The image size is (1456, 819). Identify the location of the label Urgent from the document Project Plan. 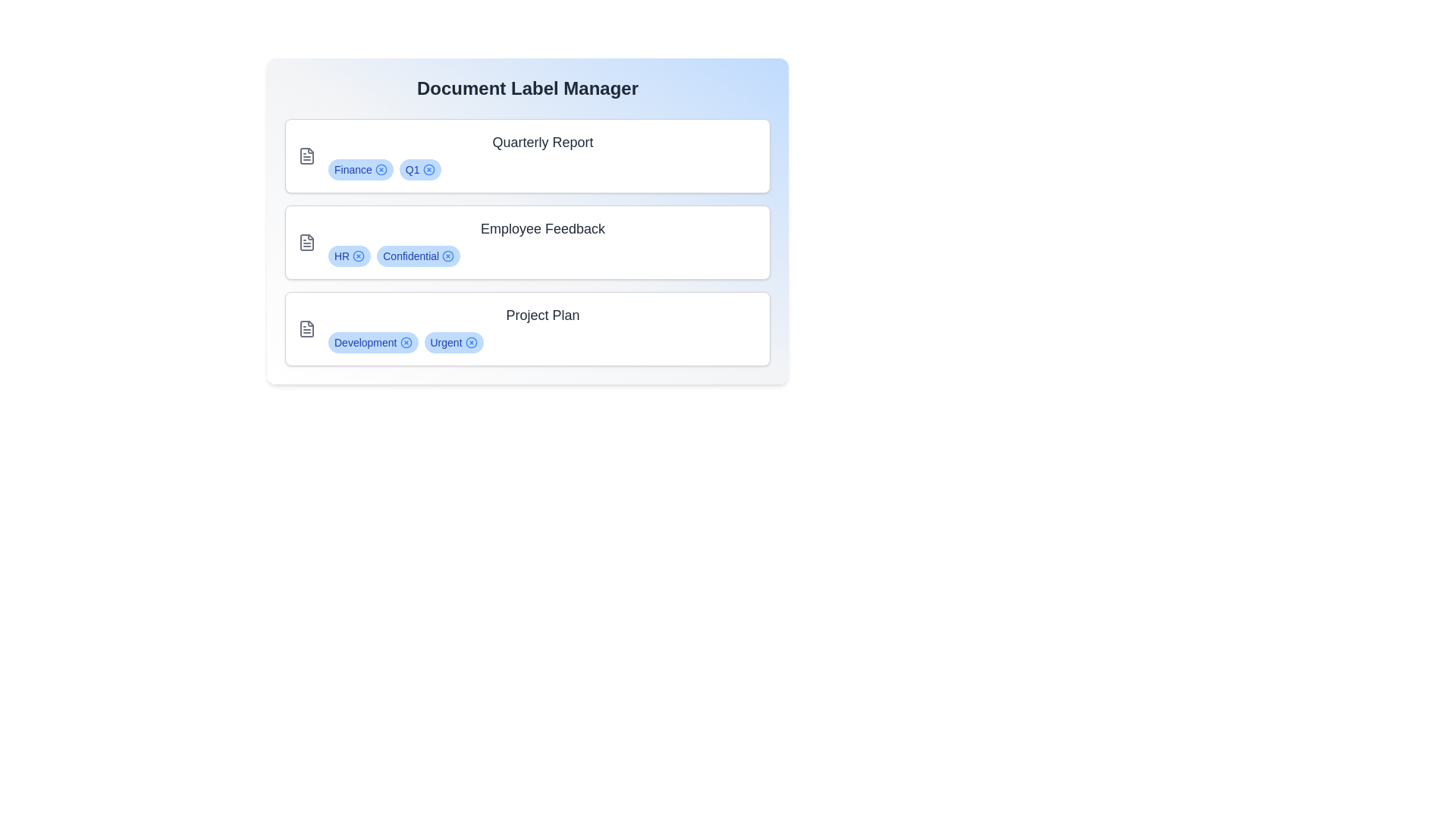
(469, 342).